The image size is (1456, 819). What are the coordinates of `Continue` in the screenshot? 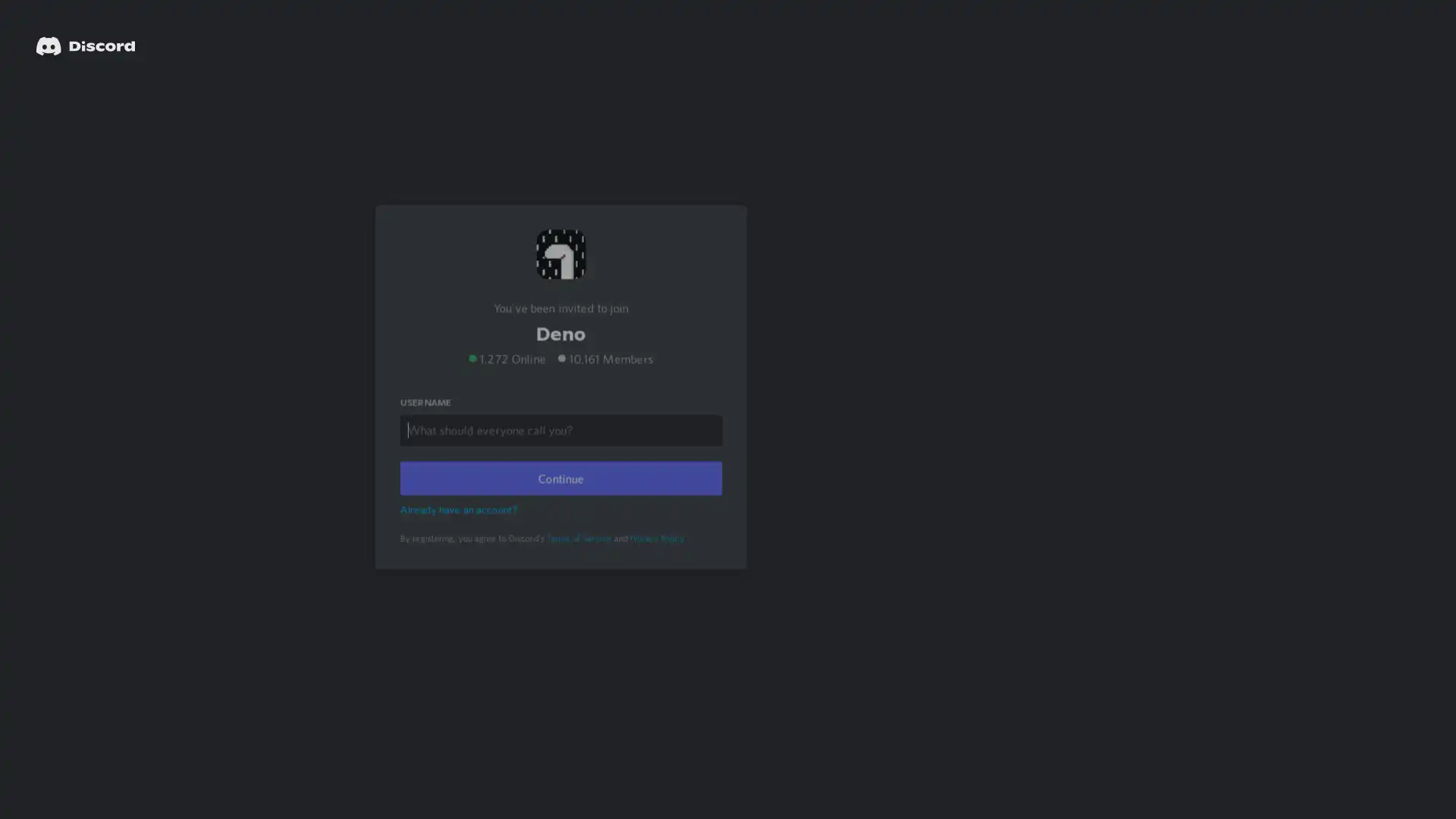 It's located at (560, 497).